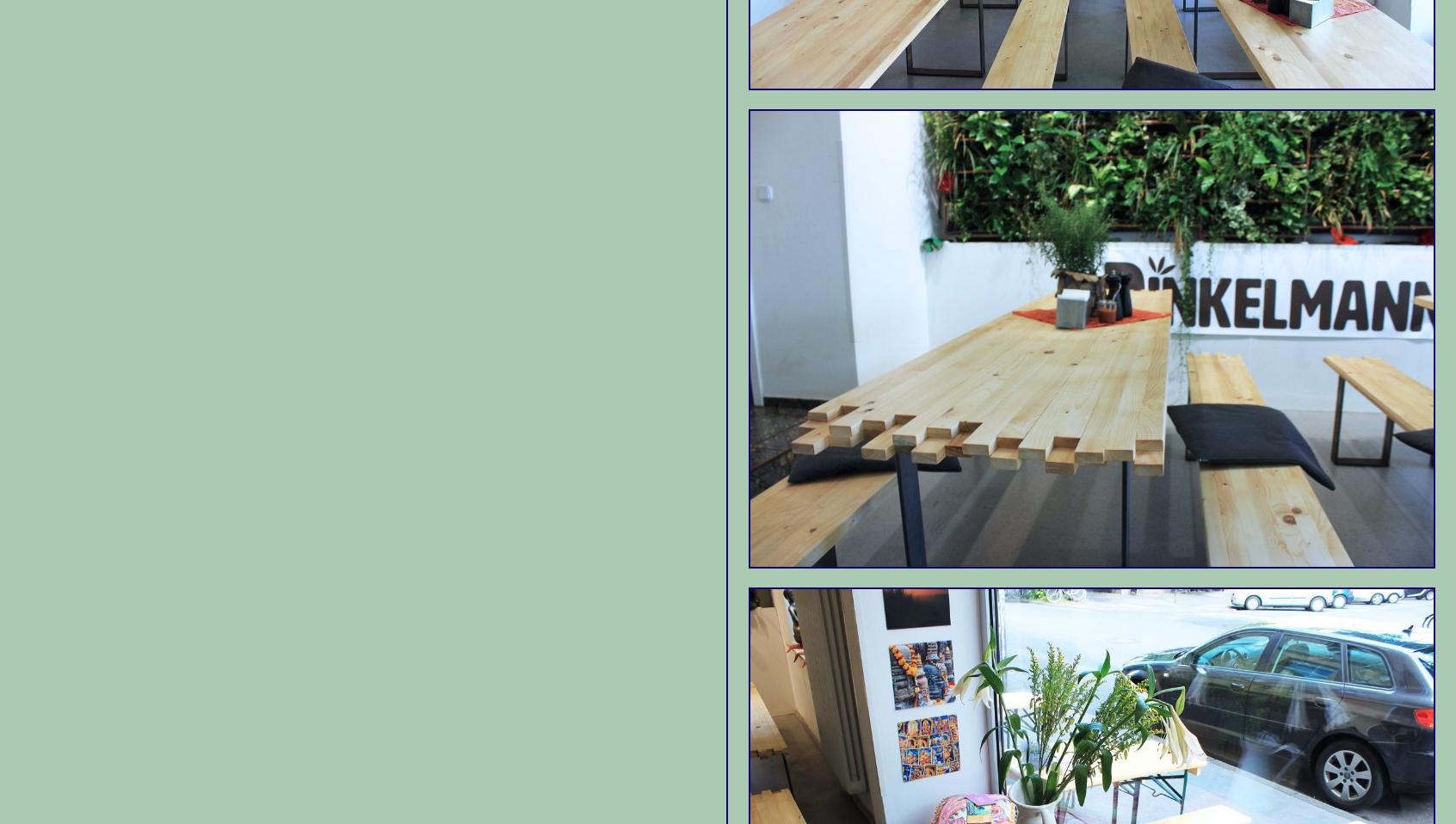 This screenshot has height=824, width=1456. What do you see at coordinates (1002, 482) in the screenshot?
I see `'Cafe Schmitz is the kind of place that ends up quickly becoming a favorite.'` at bounding box center [1002, 482].